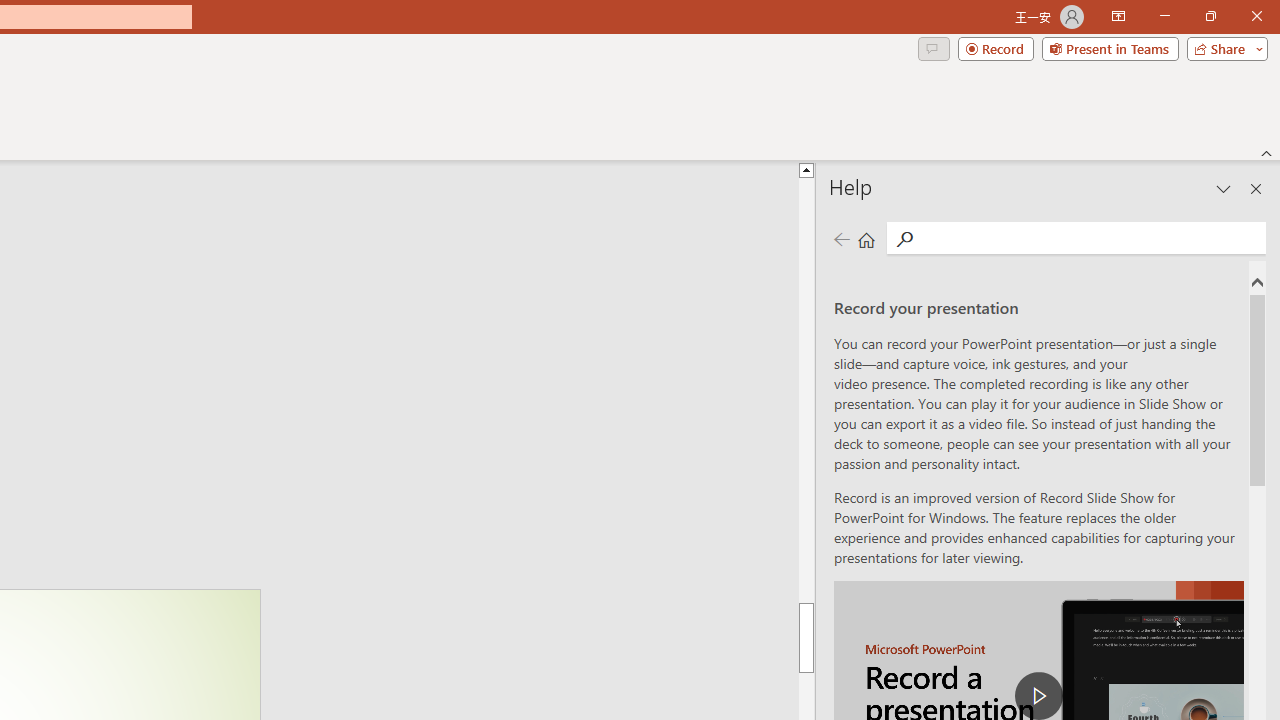 Image resolution: width=1280 pixels, height=720 pixels. Describe the element at coordinates (1088, 236) in the screenshot. I see `'Search'` at that location.